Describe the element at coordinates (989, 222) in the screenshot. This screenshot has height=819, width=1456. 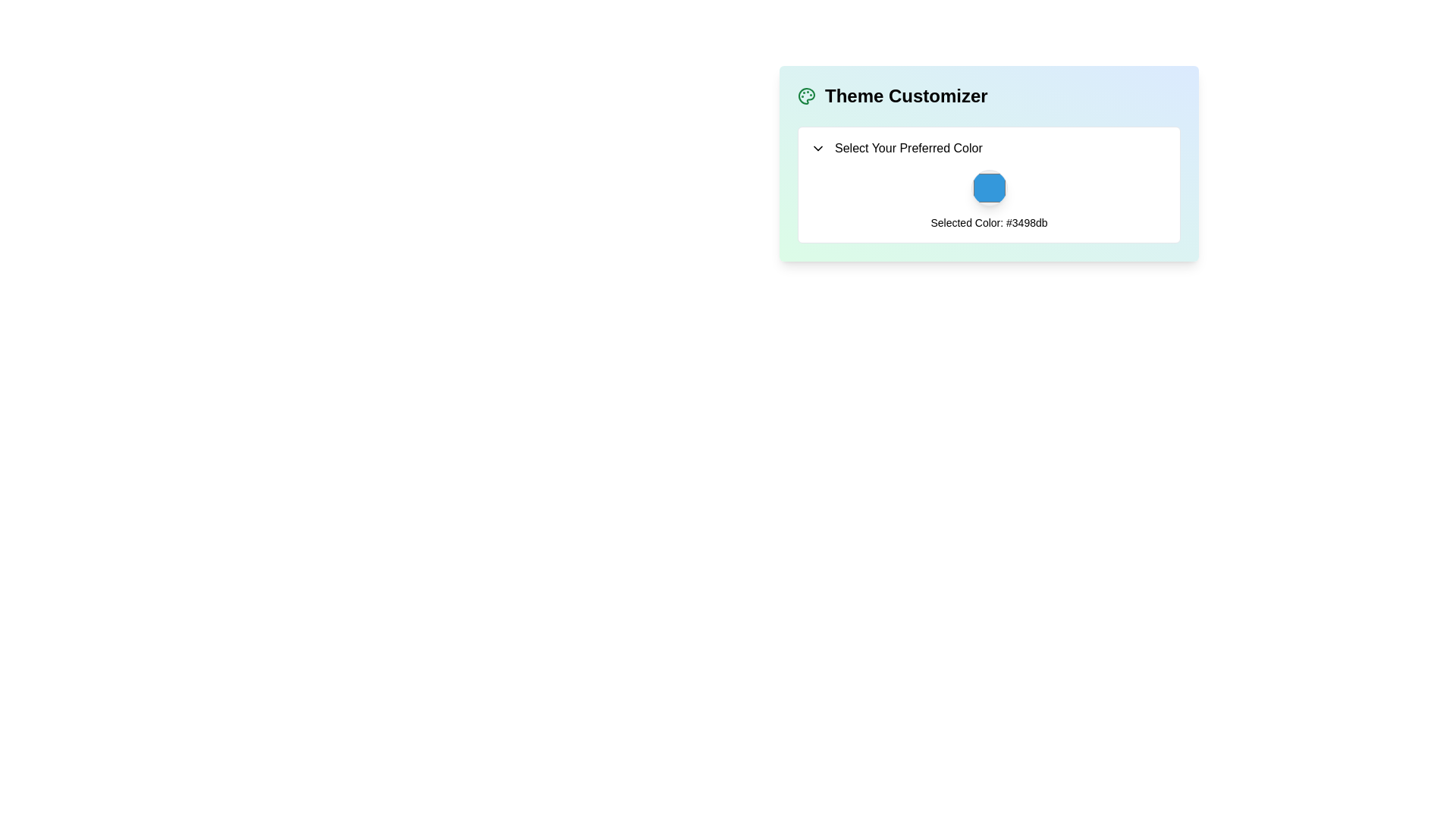
I see `text of the Text Label displaying 'Selected Color: #3498db', which is positioned below the color selection preview` at that location.